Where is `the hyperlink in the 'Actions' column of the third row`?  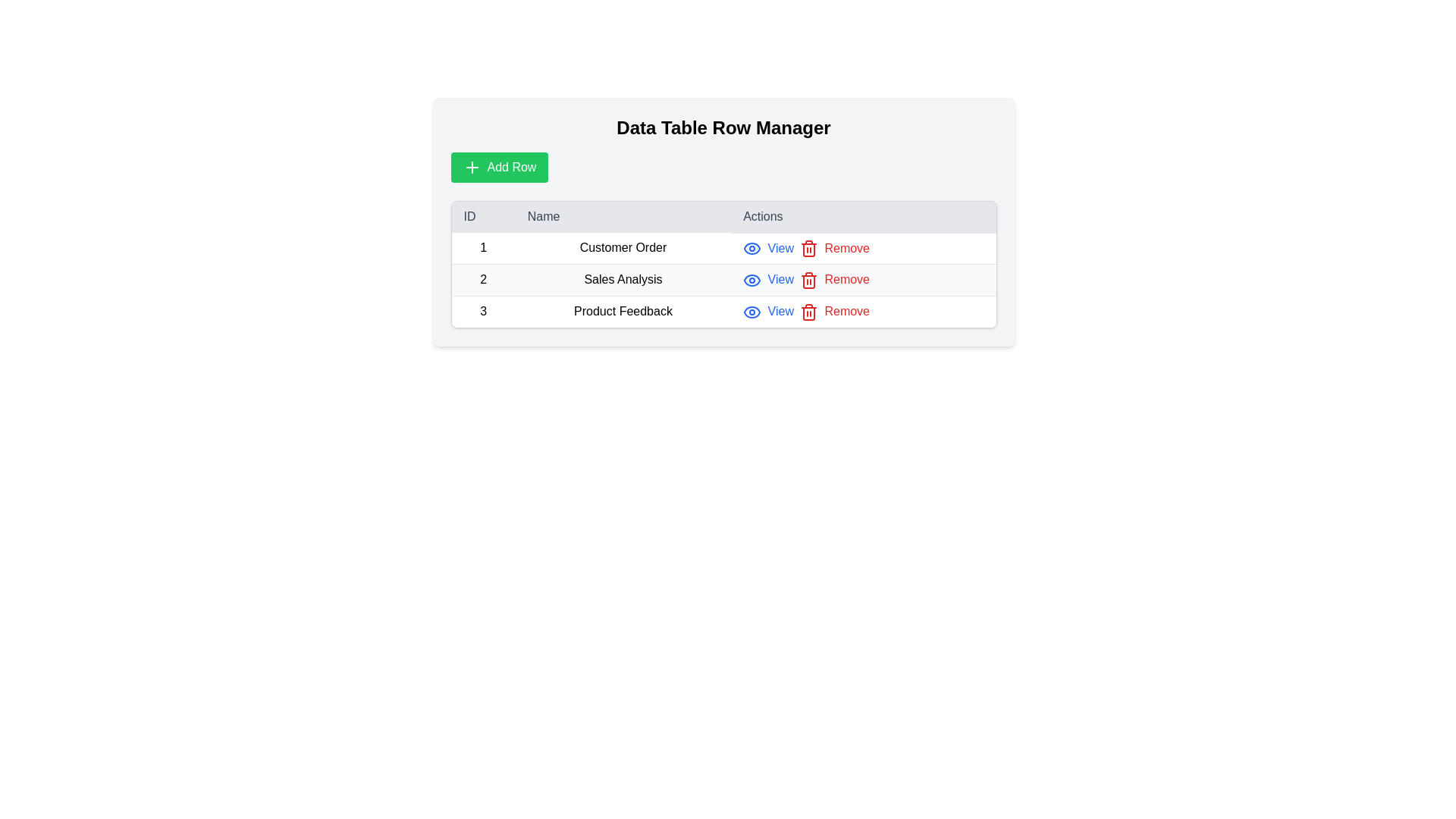 the hyperlink in the 'Actions' column of the third row is located at coordinates (768, 311).